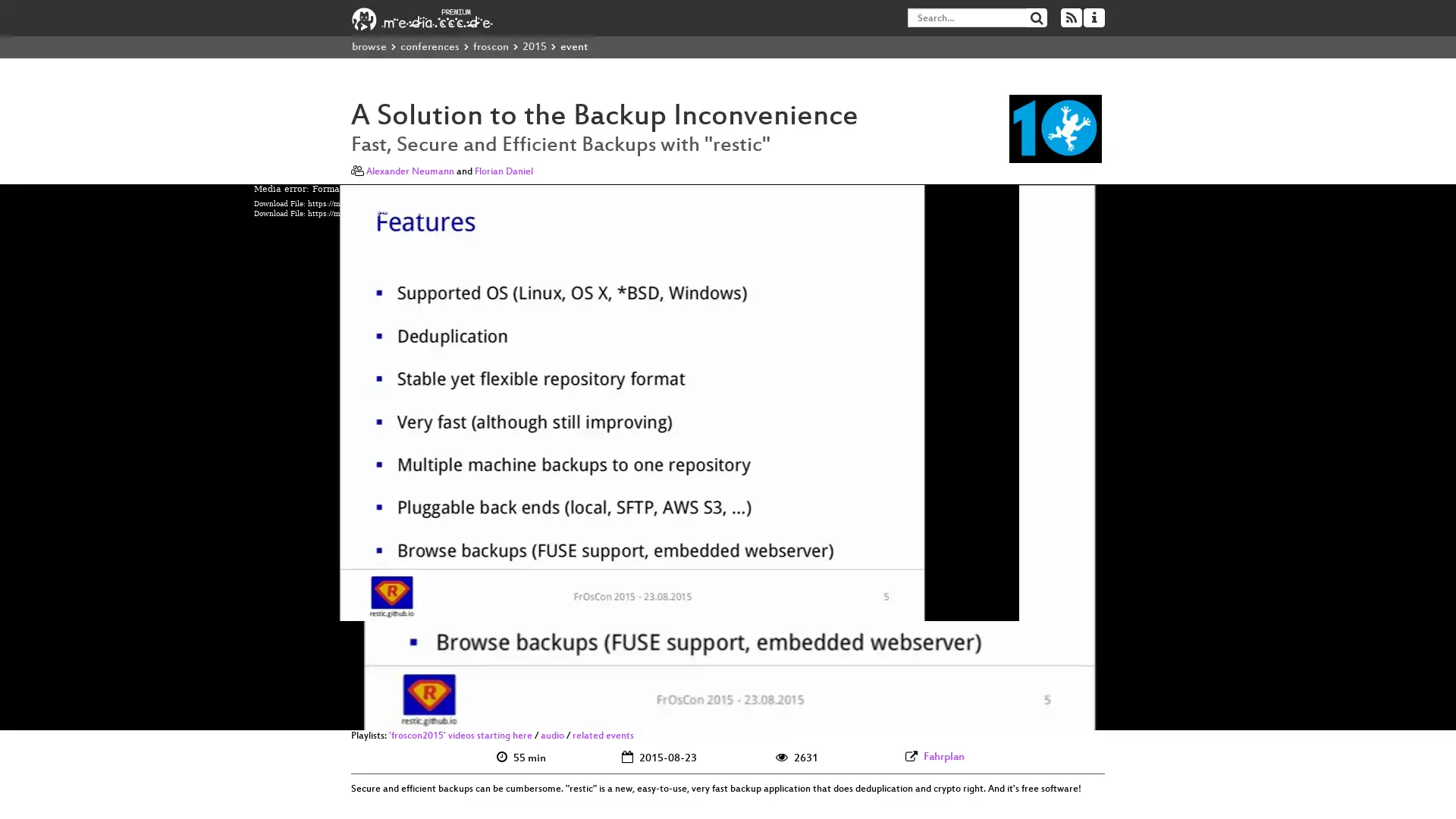 The height and width of the screenshot is (819, 1456). What do you see at coordinates (262, 714) in the screenshot?
I see `Skip back 15 seconds` at bounding box center [262, 714].